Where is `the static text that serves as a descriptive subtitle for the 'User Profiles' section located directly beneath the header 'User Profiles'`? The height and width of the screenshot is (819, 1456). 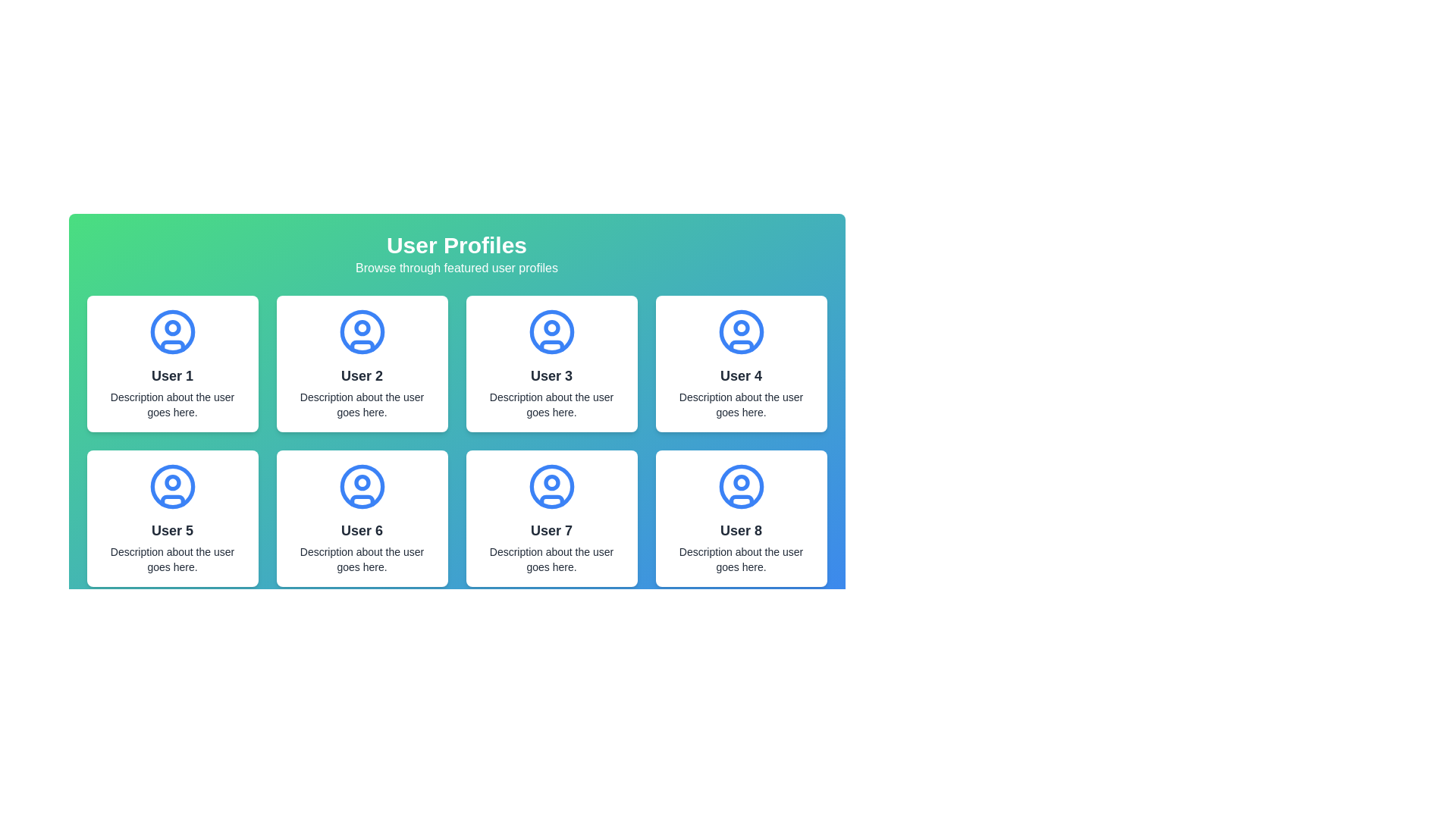 the static text that serves as a descriptive subtitle for the 'User Profiles' section located directly beneath the header 'User Profiles' is located at coordinates (456, 268).